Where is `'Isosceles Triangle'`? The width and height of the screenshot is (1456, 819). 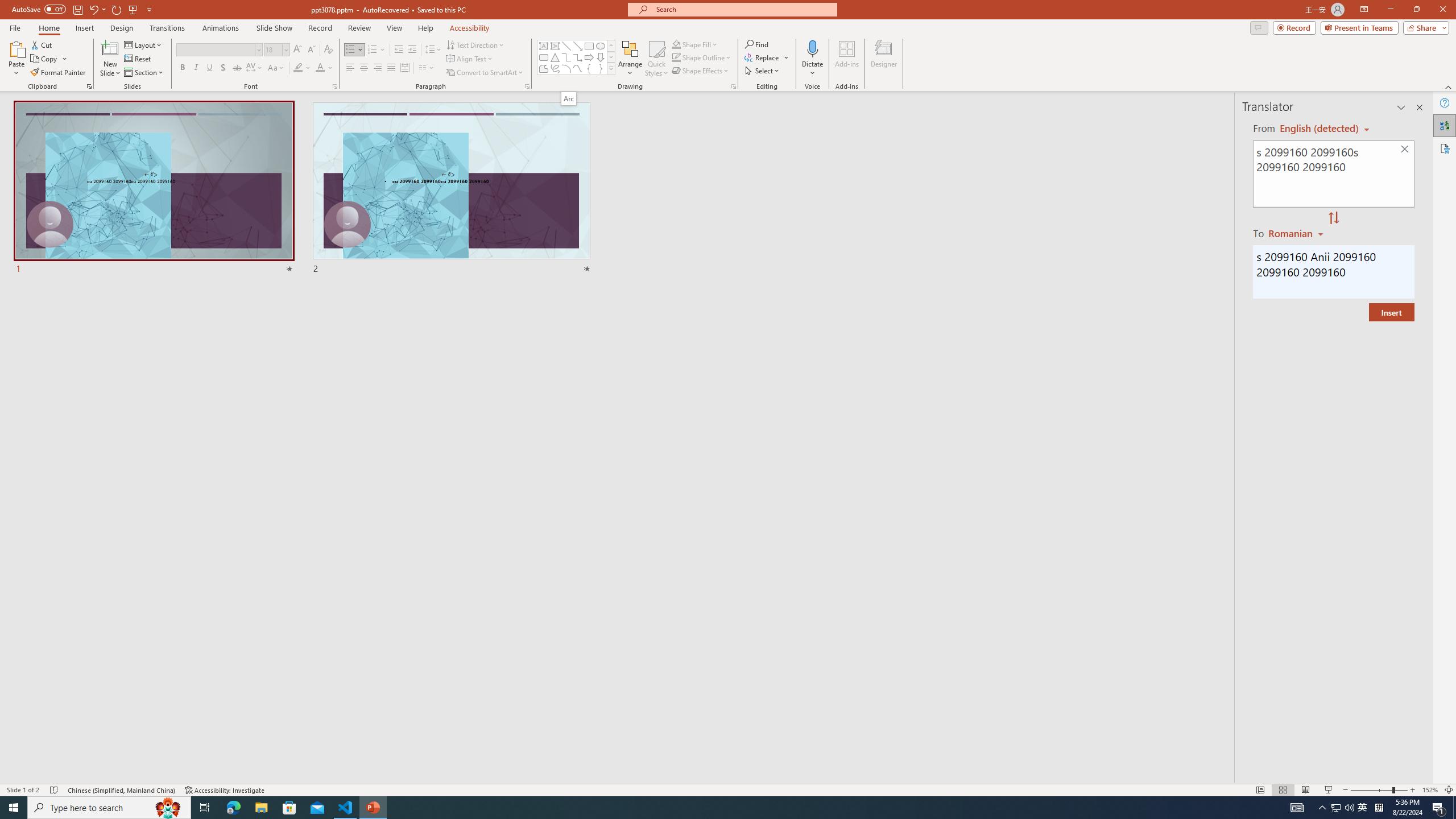
'Isosceles Triangle' is located at coordinates (554, 56).